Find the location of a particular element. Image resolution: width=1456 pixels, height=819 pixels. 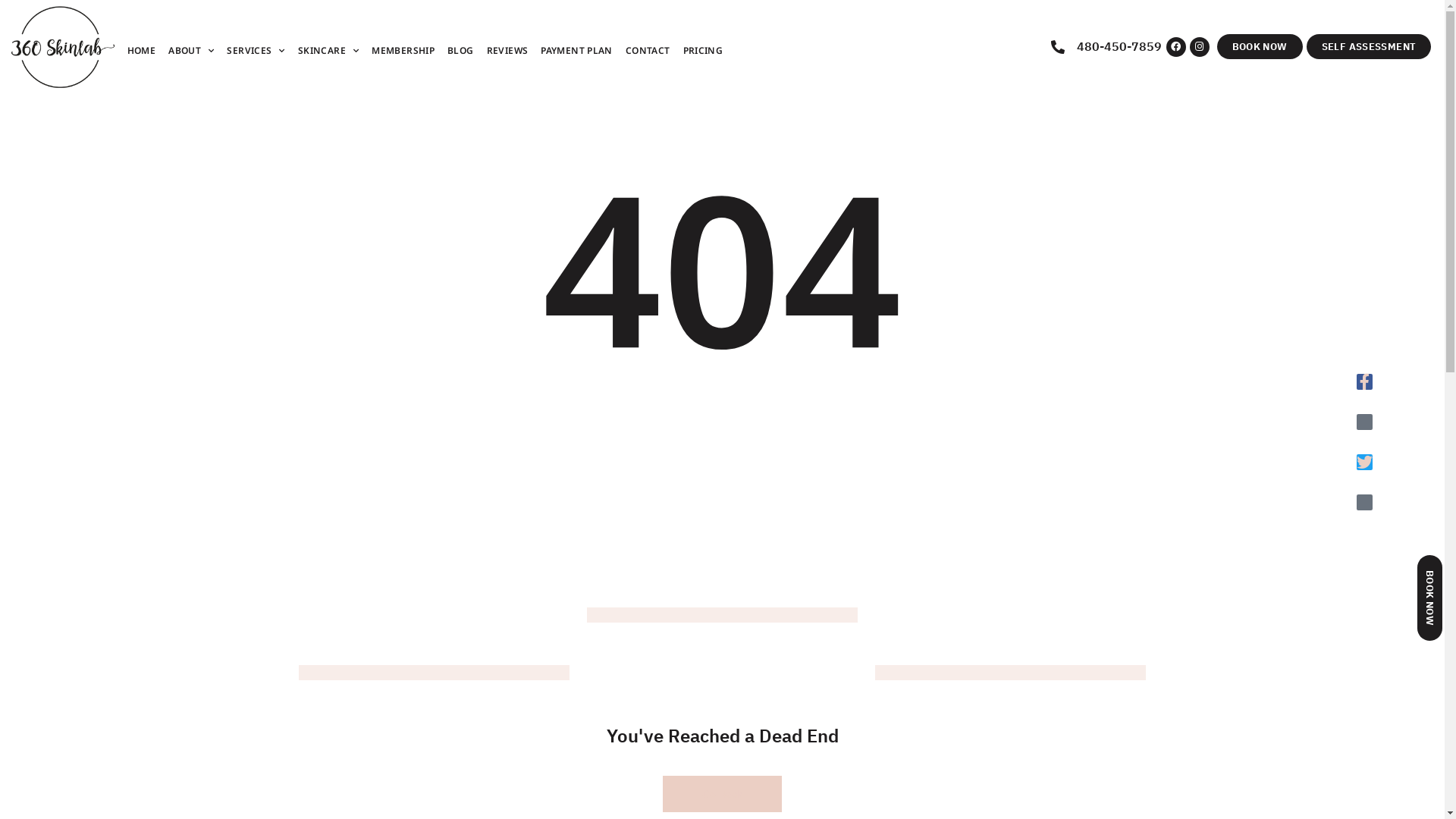

'CONTACT' is located at coordinates (648, 49).